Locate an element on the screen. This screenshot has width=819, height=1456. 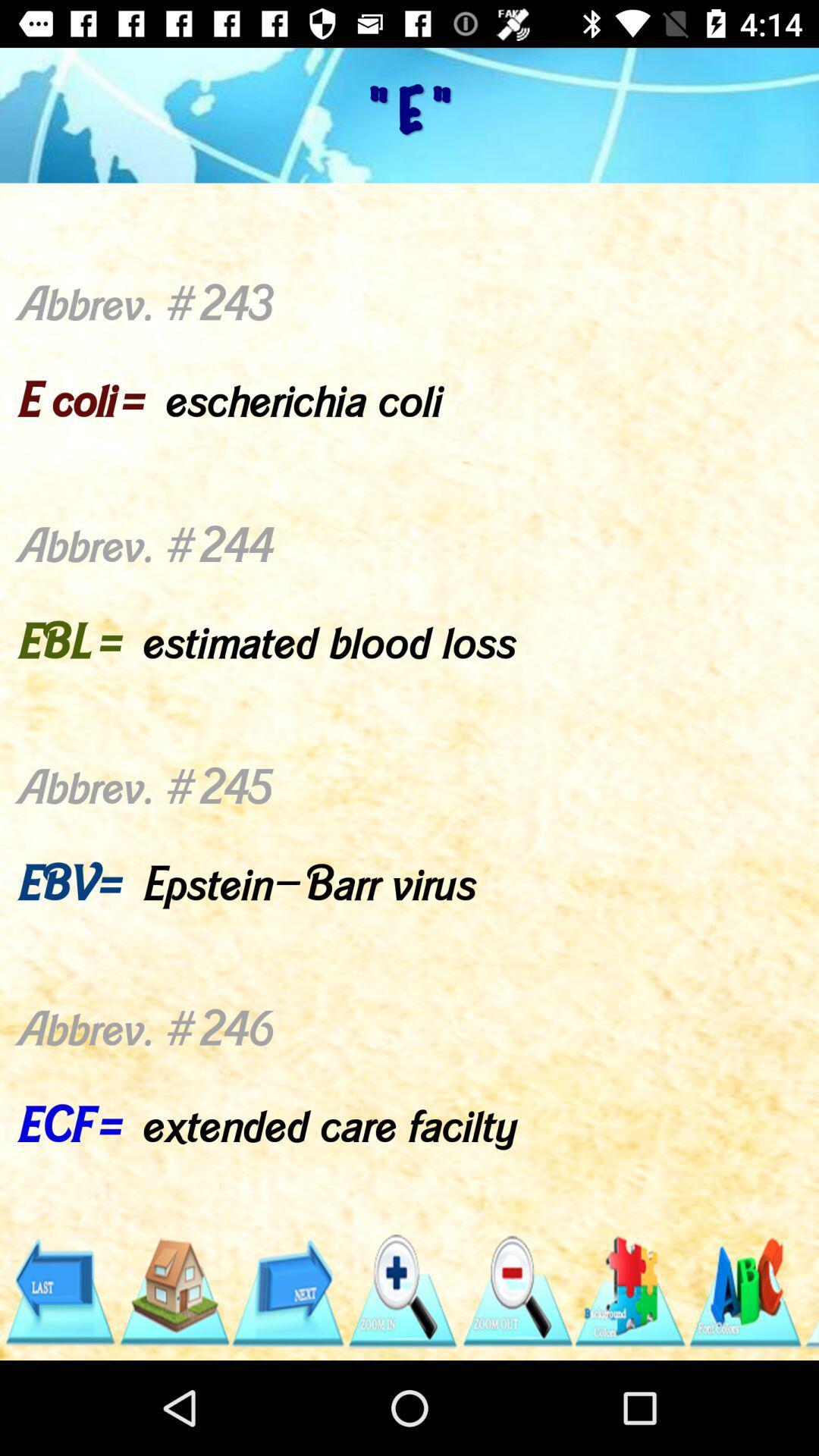
the item below abbrev 	243	 	e app is located at coordinates (516, 1291).